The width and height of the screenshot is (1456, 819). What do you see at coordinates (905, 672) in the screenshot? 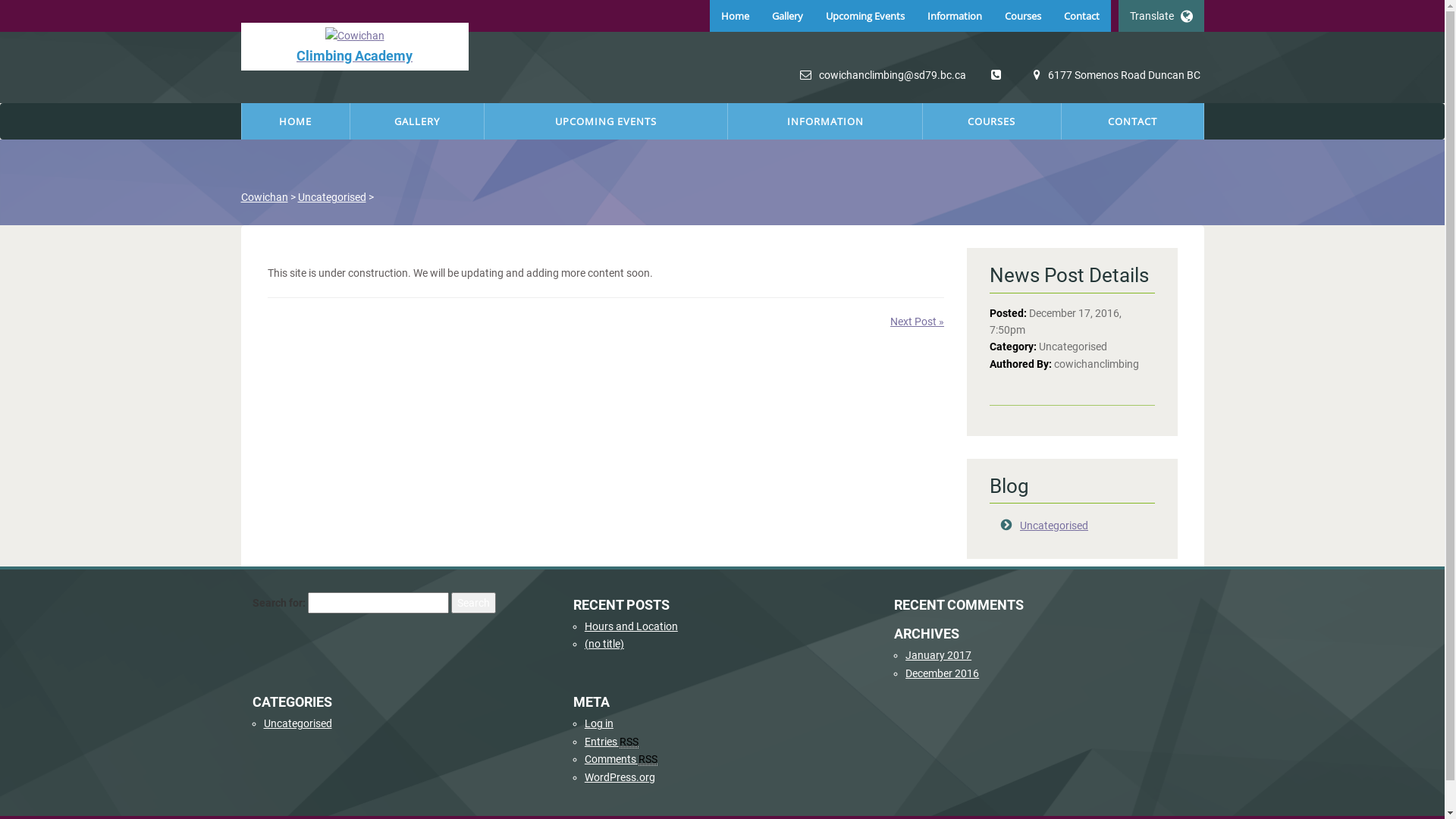
I see `'December 2016'` at bounding box center [905, 672].